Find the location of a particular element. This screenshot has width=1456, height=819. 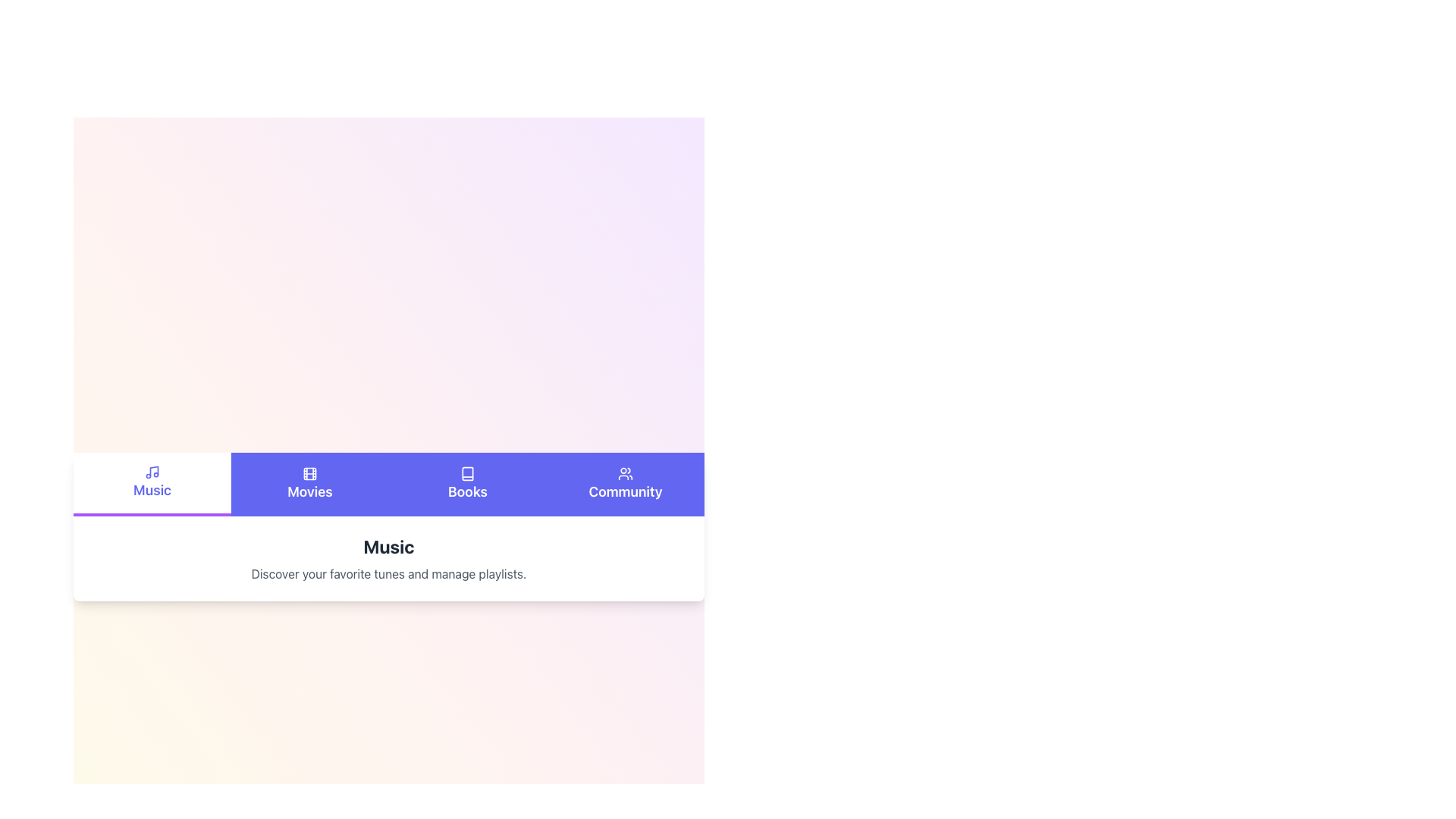

the music category icon located in the navigation panel at the top of the section is located at coordinates (152, 472).